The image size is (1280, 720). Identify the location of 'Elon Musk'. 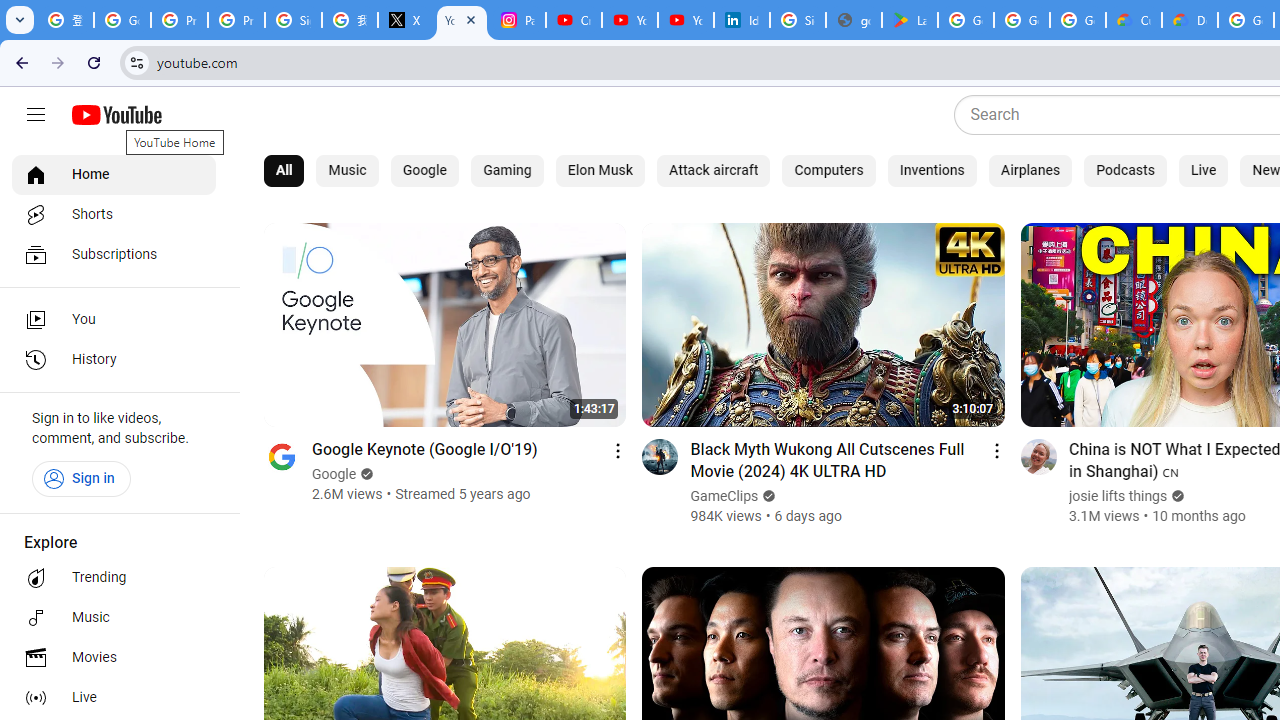
(599, 170).